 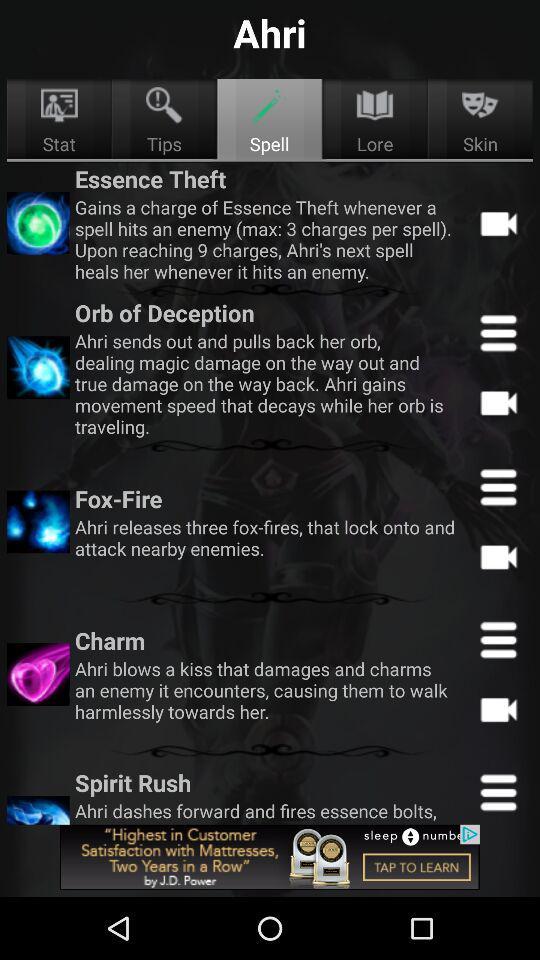 I want to click on record video, so click(x=497, y=556).